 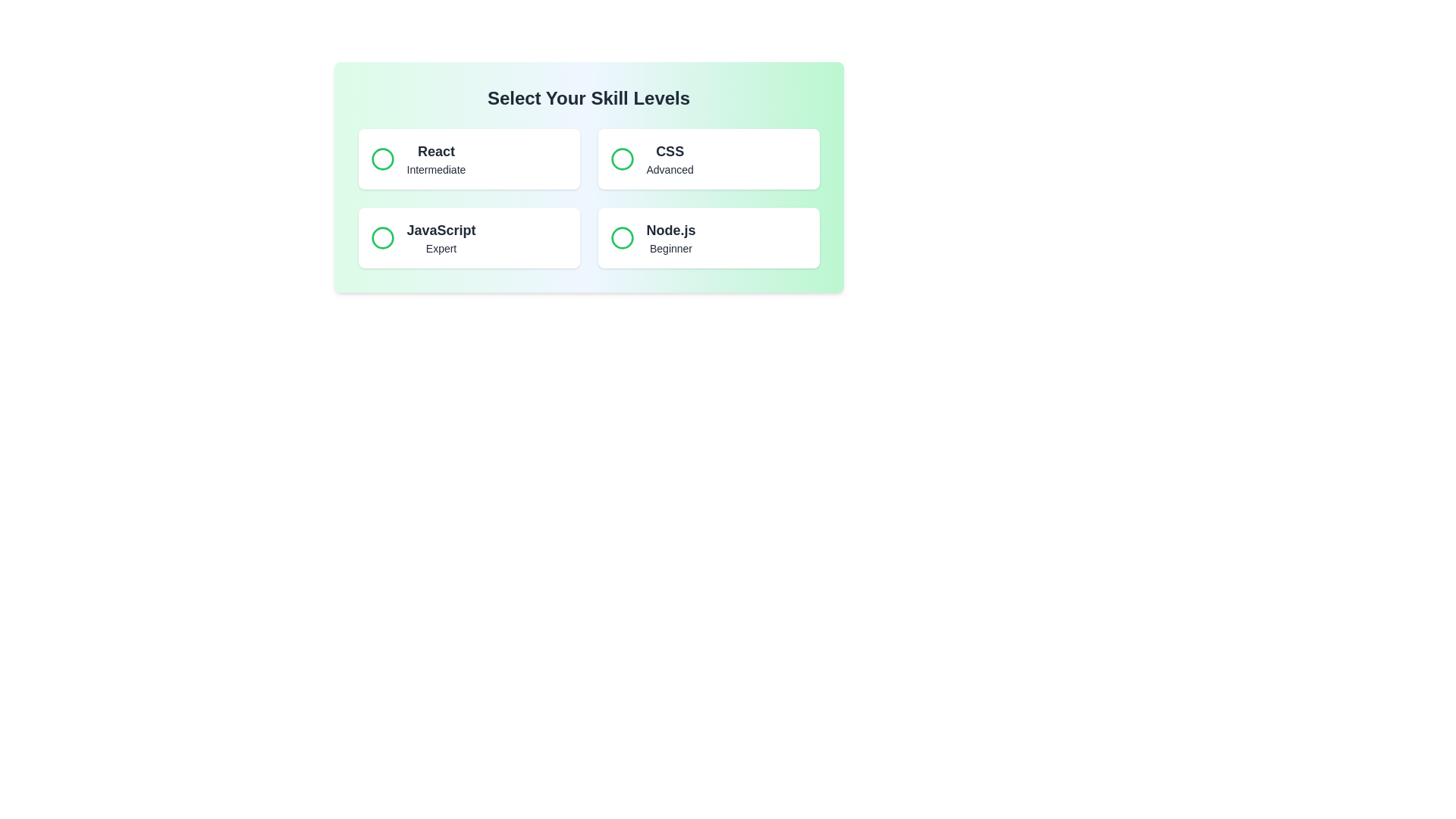 I want to click on the skill button for React, so click(x=468, y=158).